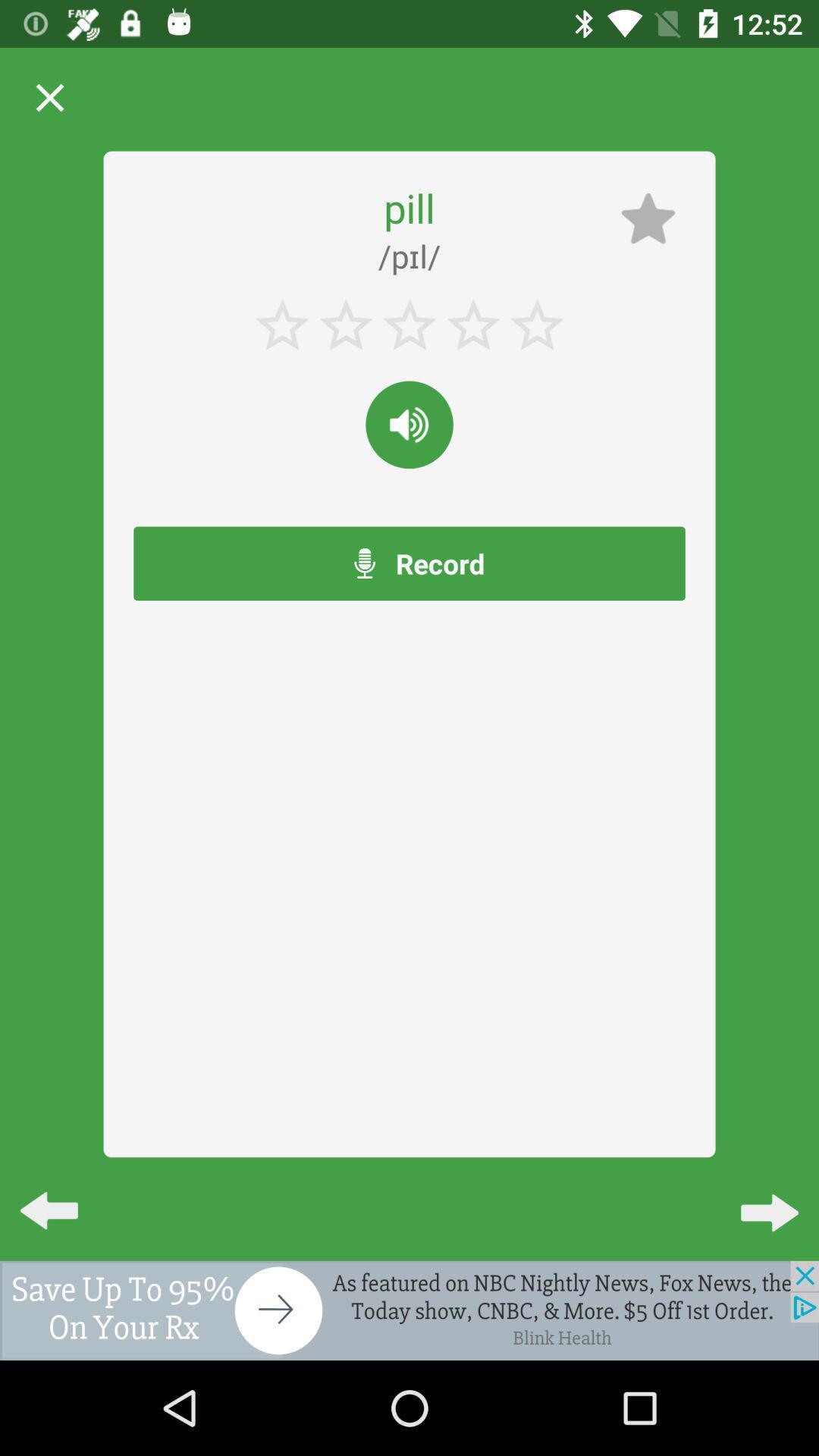 Image resolution: width=819 pixels, height=1456 pixels. Describe the element at coordinates (409, 1310) in the screenshot. I see `click advertisement to go to the website` at that location.